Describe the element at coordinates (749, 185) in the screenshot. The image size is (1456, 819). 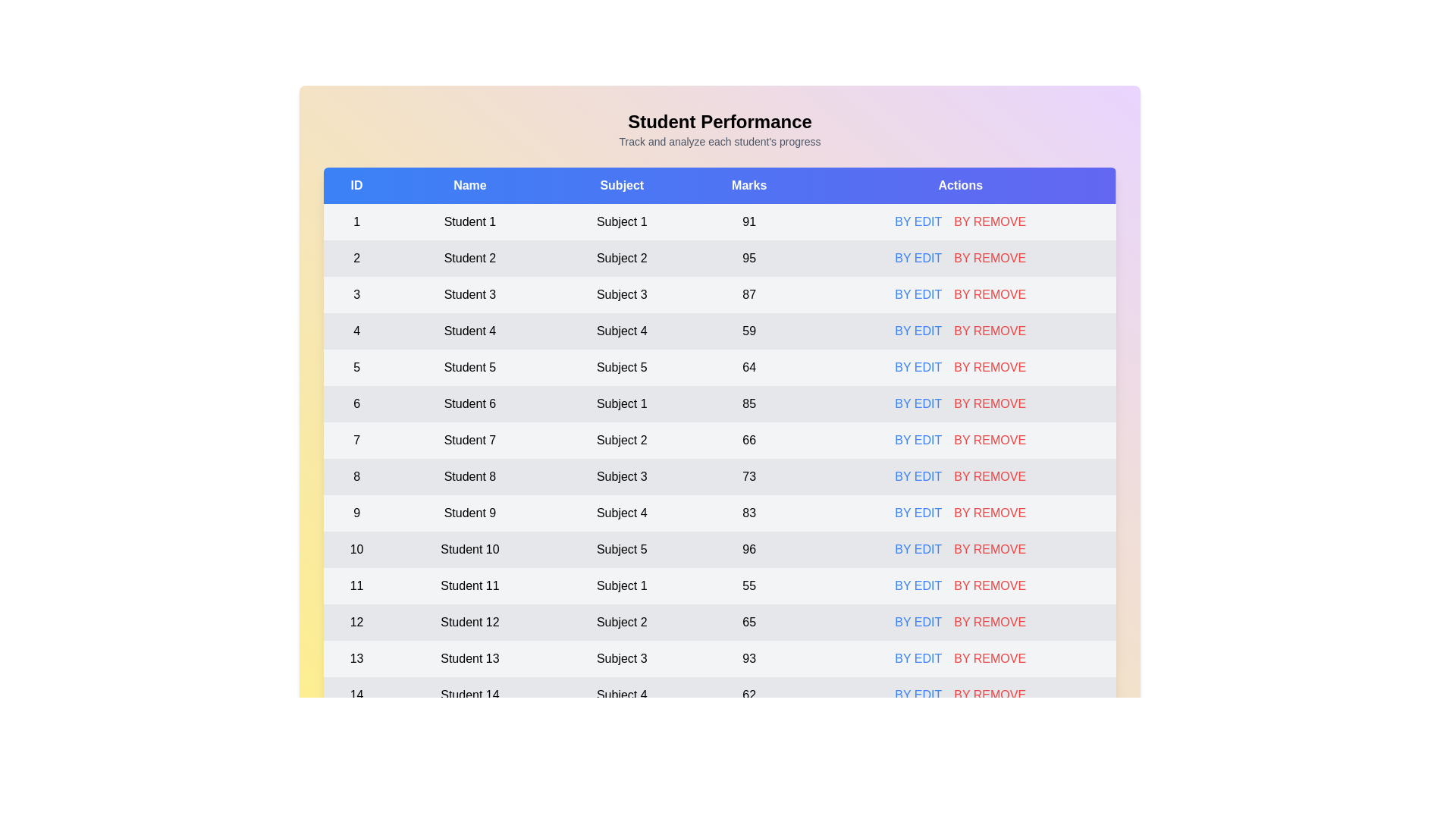
I see `the table header to sort by Marks` at that location.